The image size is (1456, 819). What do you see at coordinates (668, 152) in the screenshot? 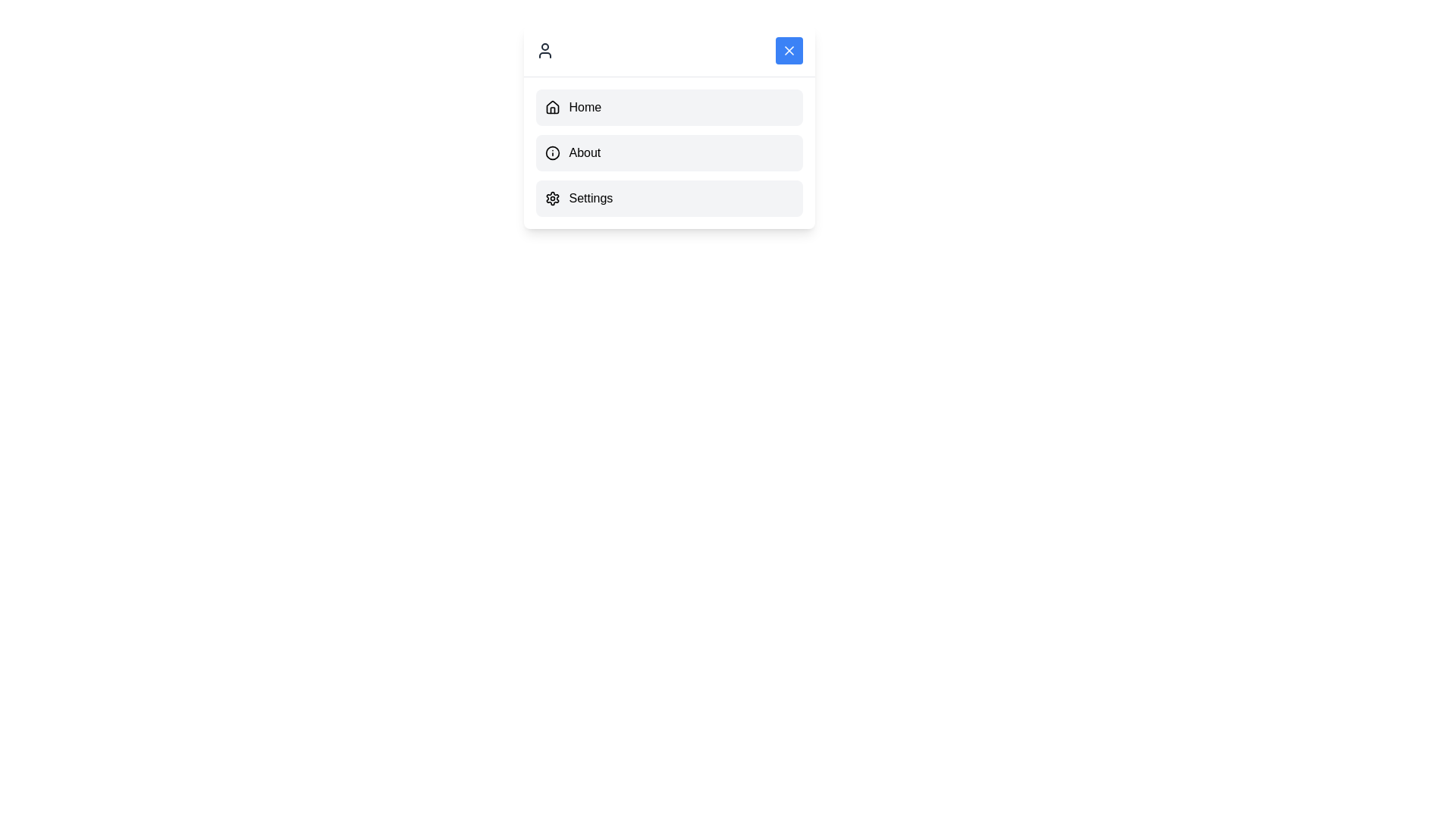
I see `the 'About' button, which is the second item in a vertical stack of menu items` at bounding box center [668, 152].